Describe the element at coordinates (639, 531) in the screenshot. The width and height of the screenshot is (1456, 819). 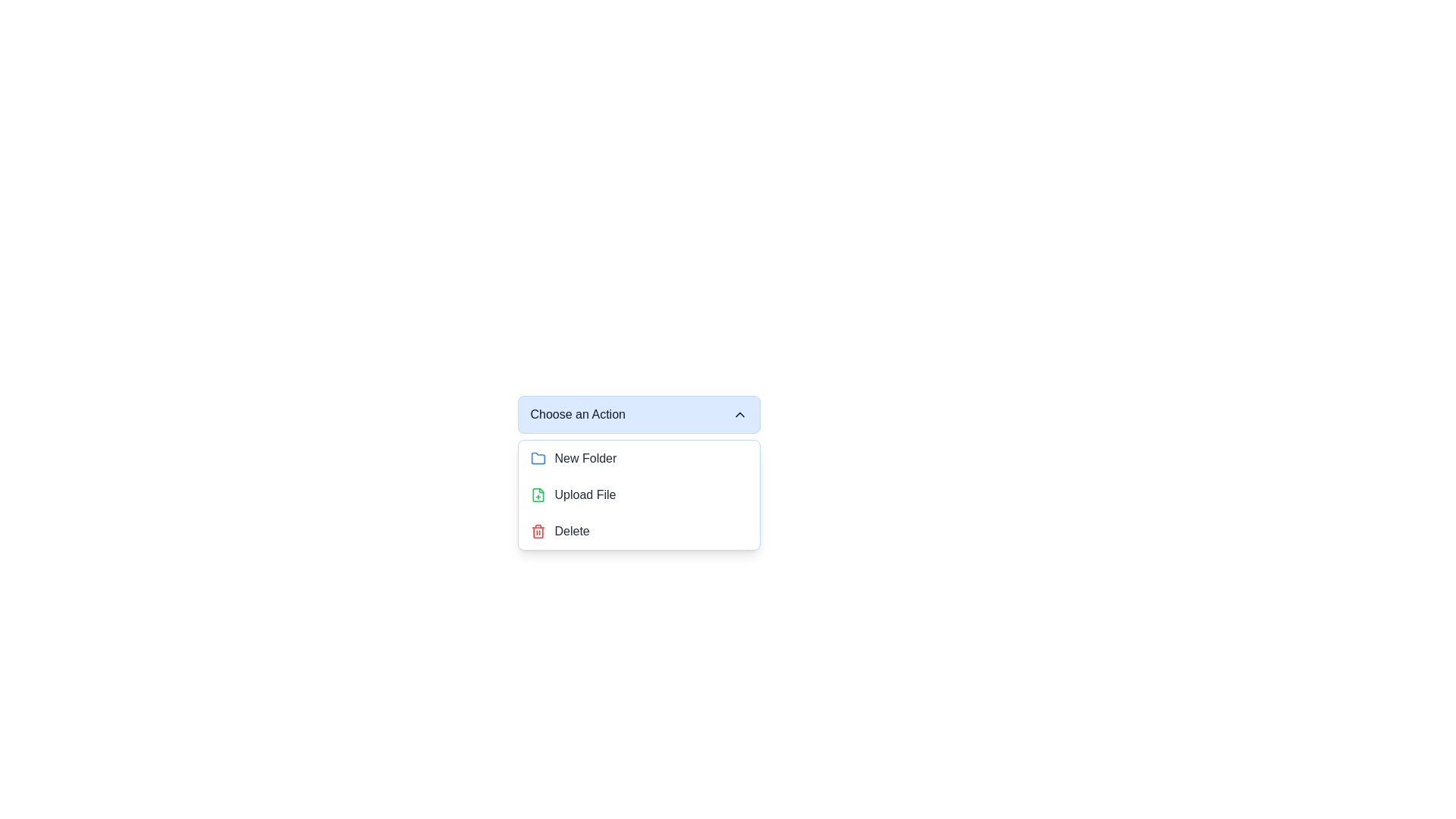
I see `the third button in the 'Choose an Action' dropdown menu` at that location.